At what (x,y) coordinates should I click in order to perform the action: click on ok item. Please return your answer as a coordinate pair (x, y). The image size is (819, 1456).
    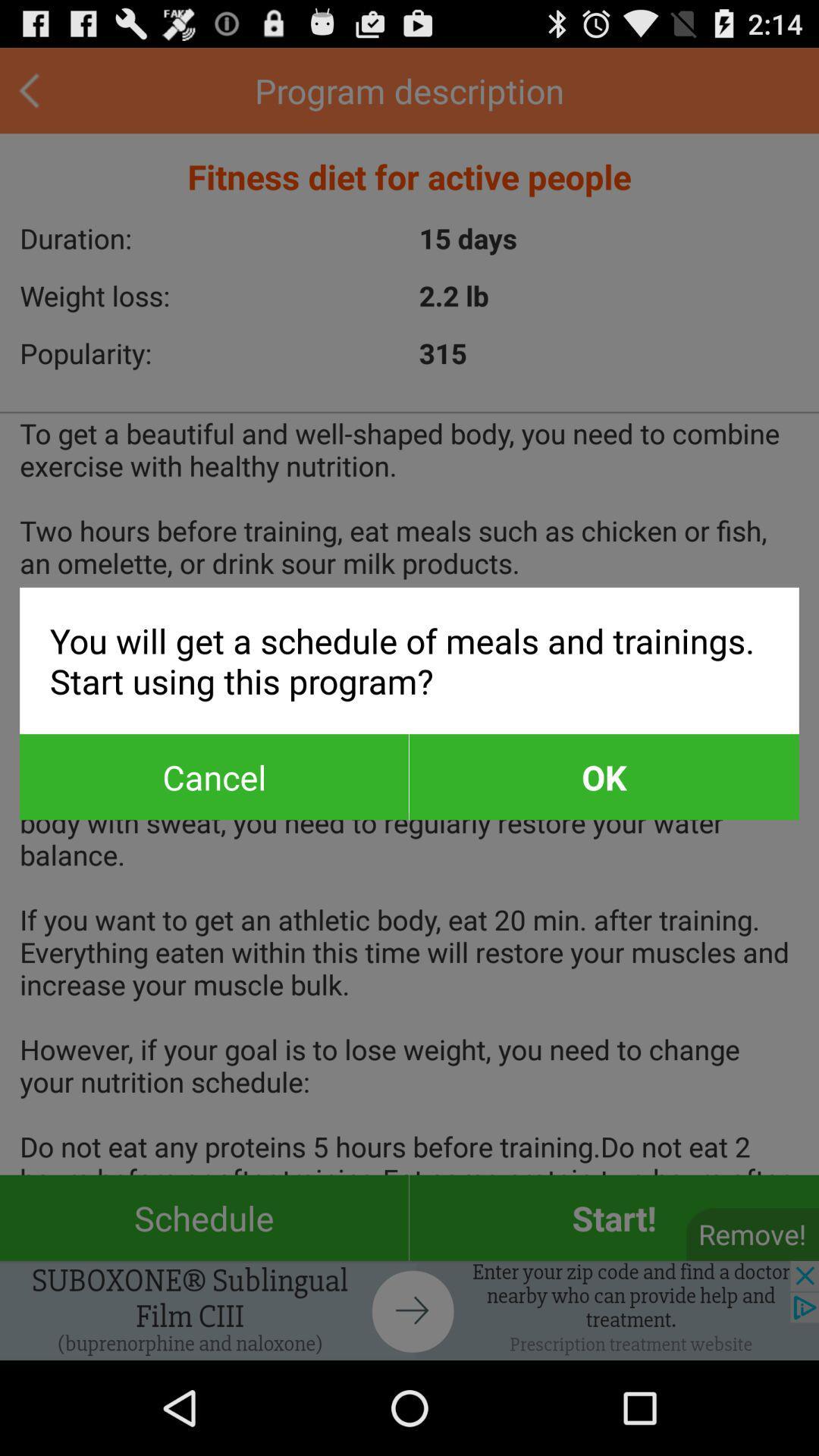
    Looking at the image, I should click on (603, 777).